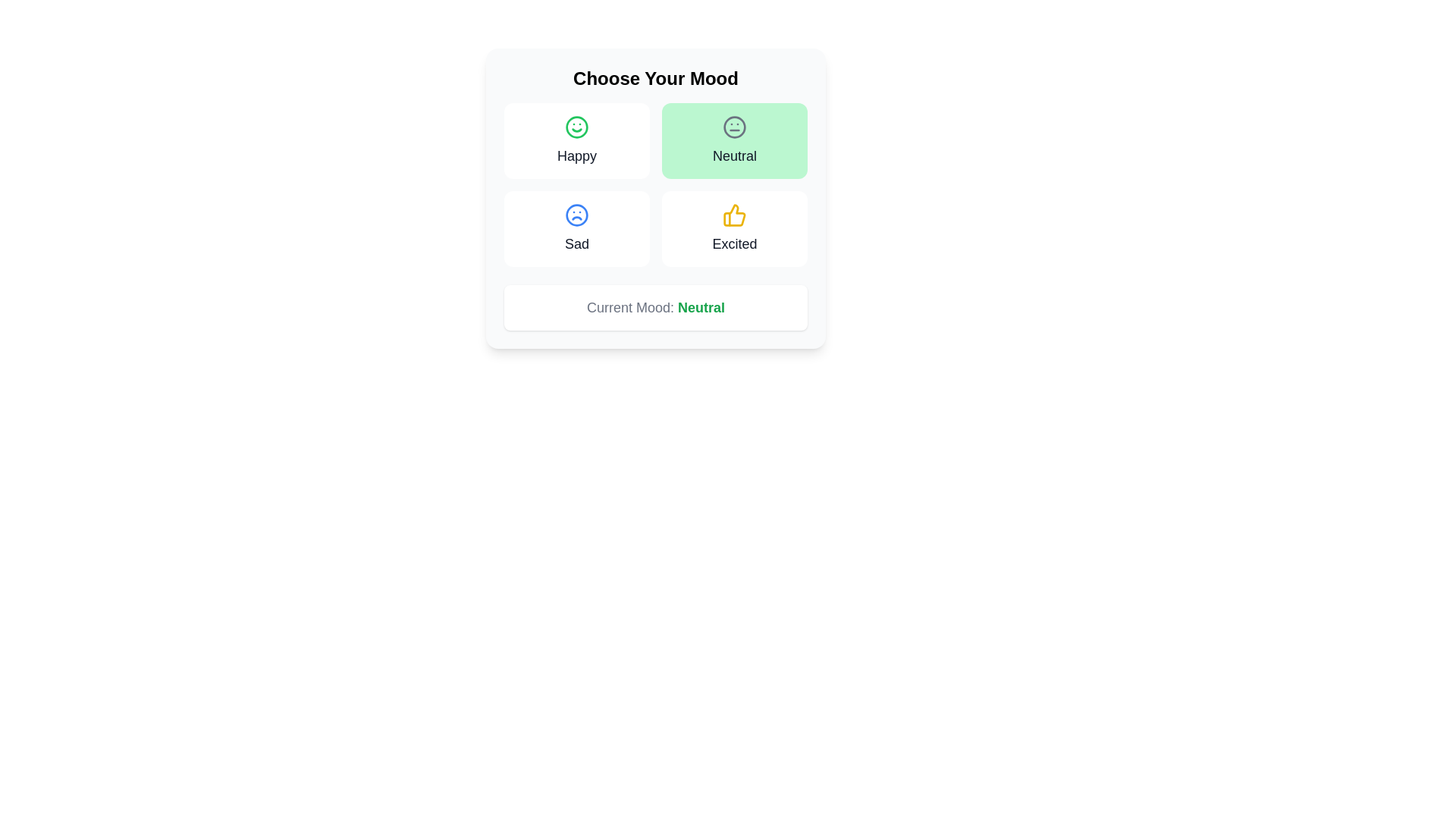  I want to click on text displayed in the Text display with emphasis that shows 'Current Mood: Neutral', where 'Neutral' is emphasized in green, so click(655, 307).